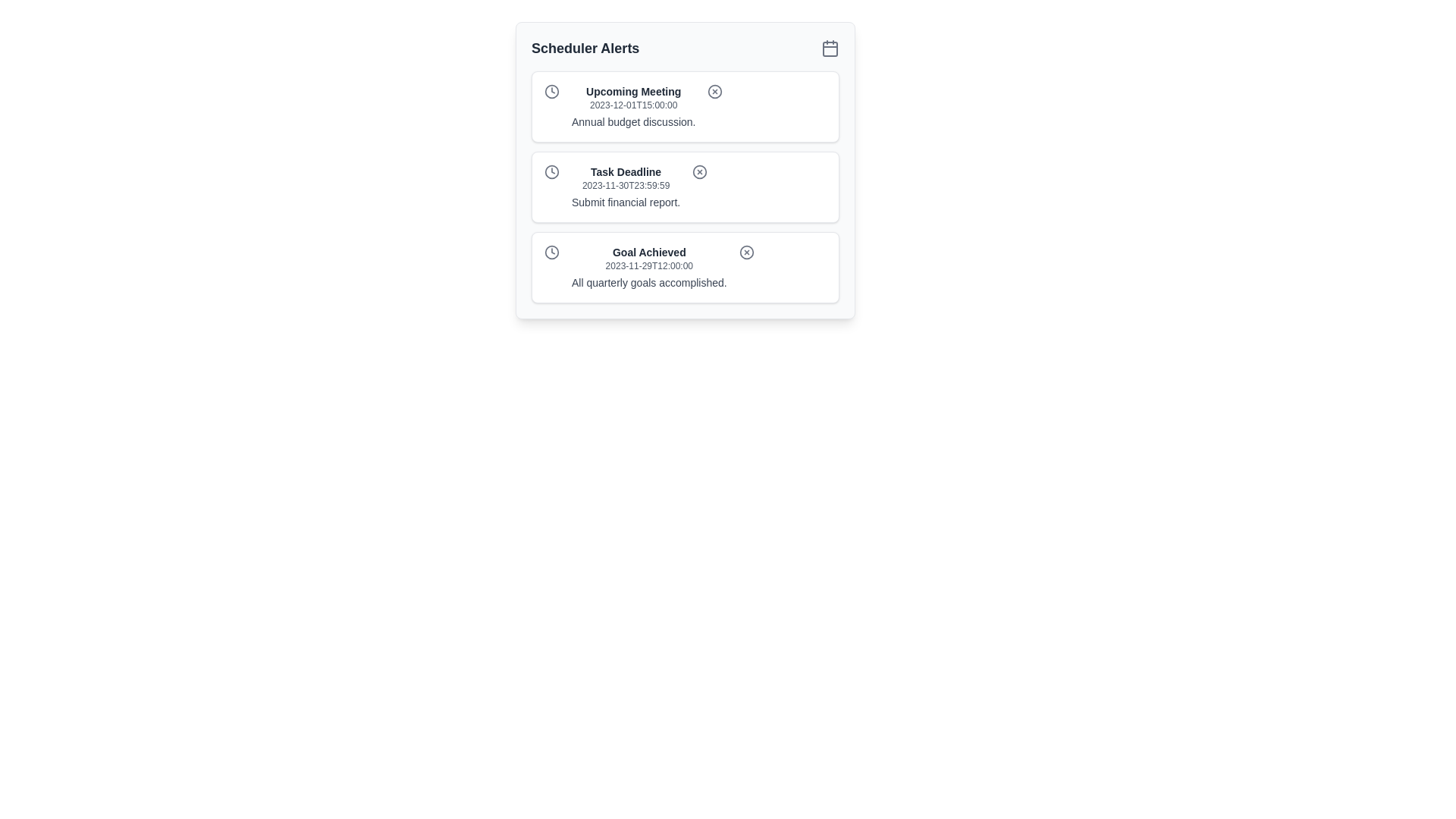 This screenshot has height=819, width=1456. What do you see at coordinates (626, 171) in the screenshot?
I see `the 'Task Deadline' text label, which is styled with a small bold font in dark gray and is located at the top of the middle notification card in the 'Scheduler Alerts' widget` at bounding box center [626, 171].